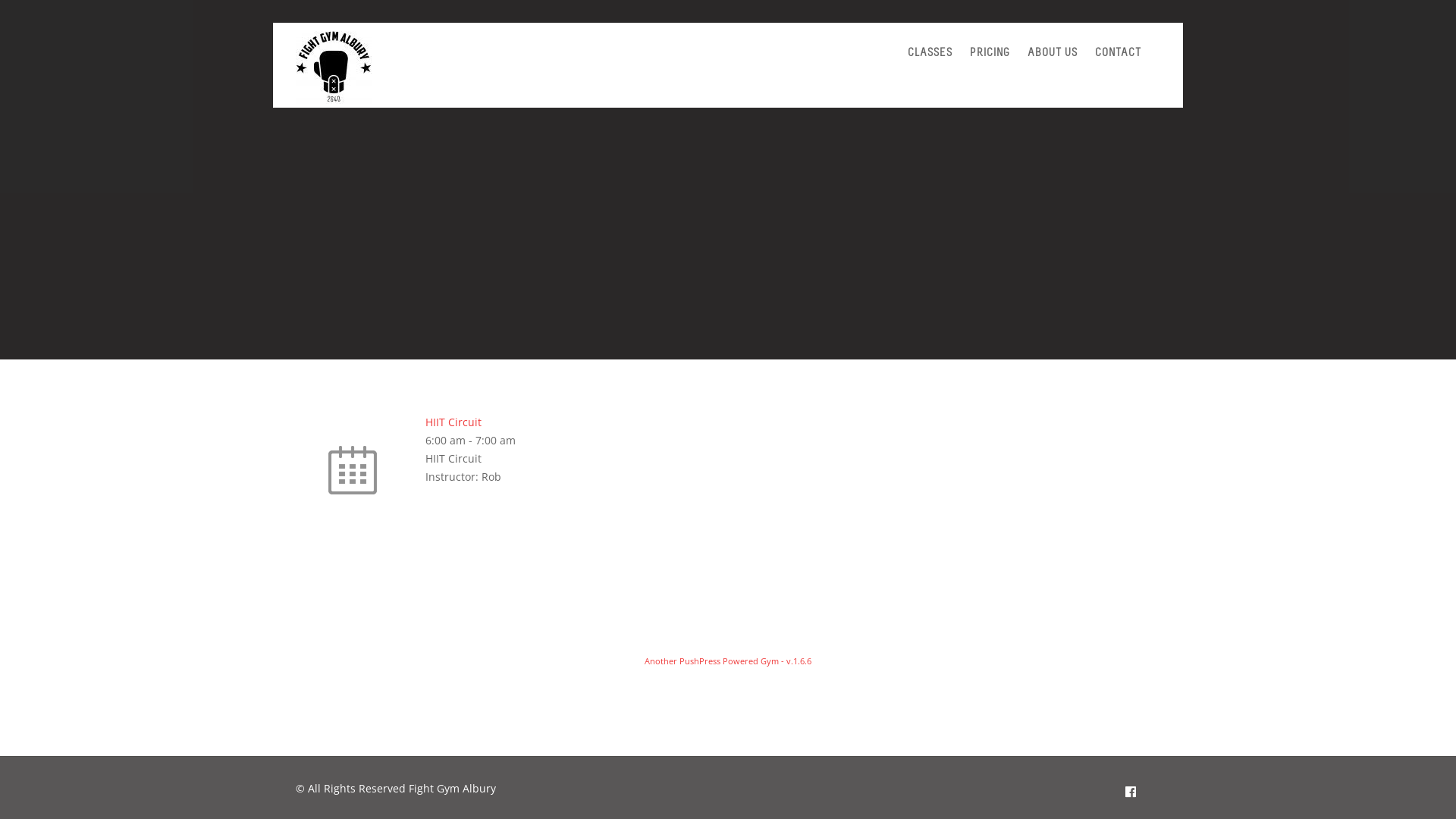 Image resolution: width=1456 pixels, height=819 pixels. Describe the element at coordinates (990, 52) in the screenshot. I see `'PRICING'` at that location.